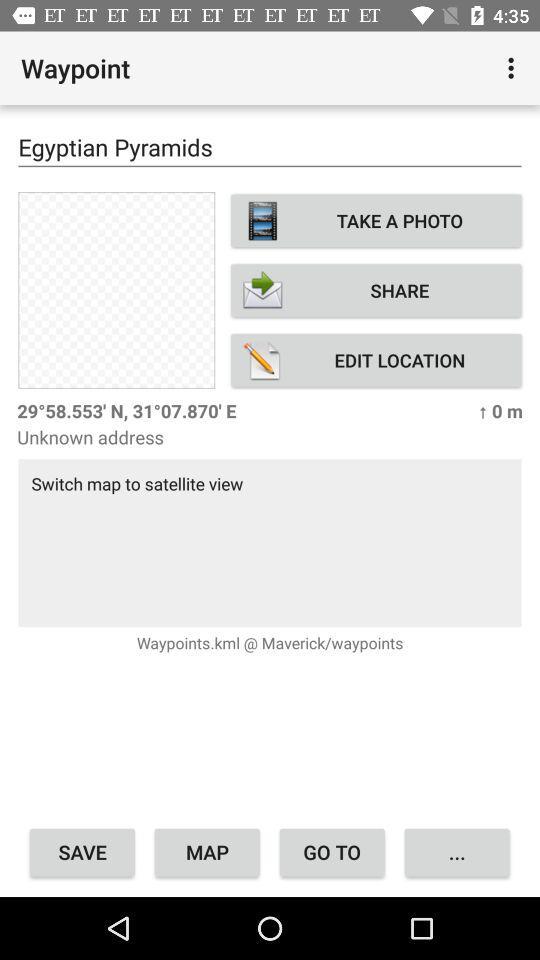 Image resolution: width=540 pixels, height=960 pixels. Describe the element at coordinates (116, 289) in the screenshot. I see `the item above the 29 58 553` at that location.